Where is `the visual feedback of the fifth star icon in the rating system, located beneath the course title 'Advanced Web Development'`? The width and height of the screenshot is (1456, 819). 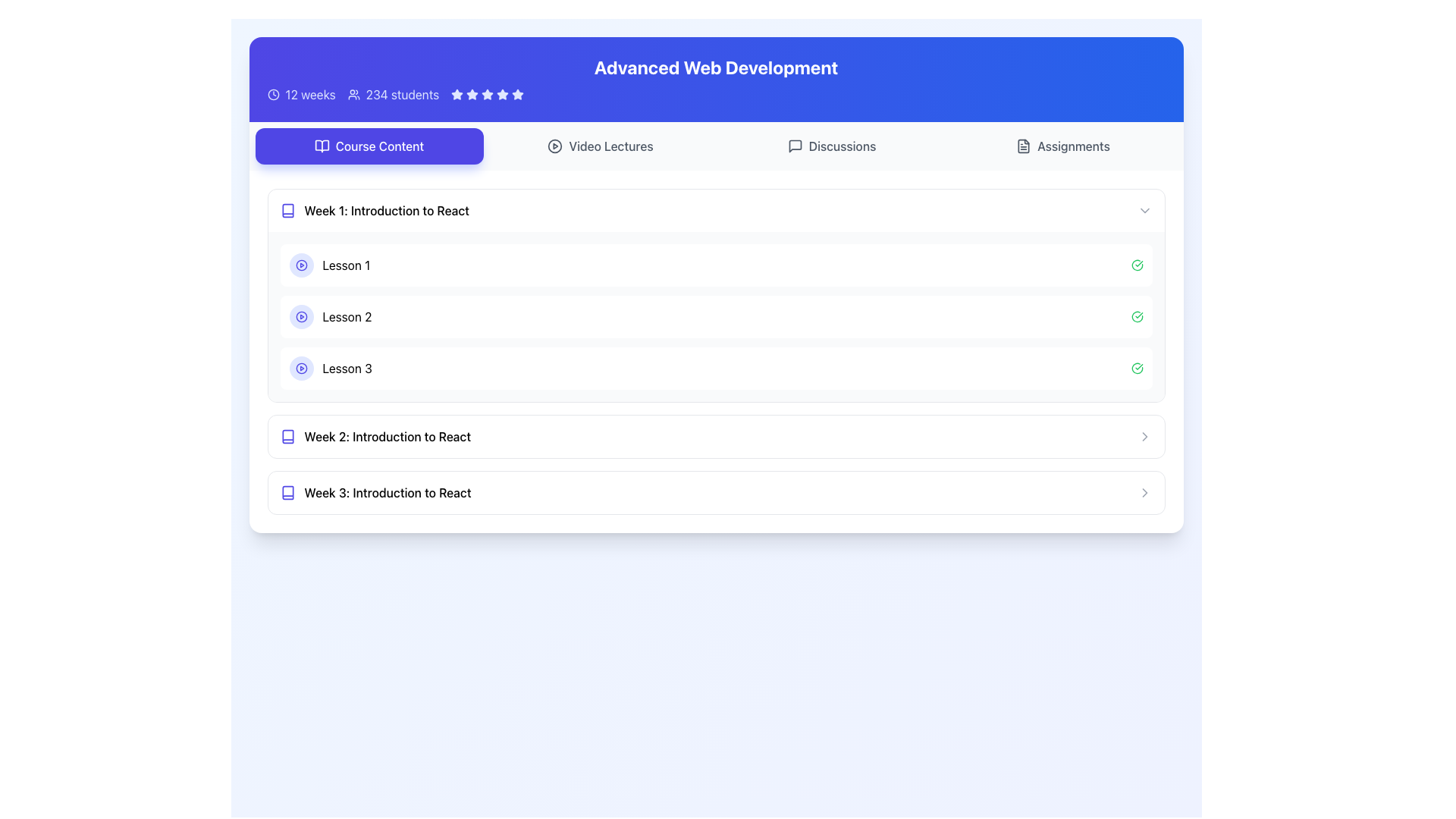
the visual feedback of the fifth star icon in the rating system, located beneath the course title 'Advanced Web Development' is located at coordinates (503, 94).